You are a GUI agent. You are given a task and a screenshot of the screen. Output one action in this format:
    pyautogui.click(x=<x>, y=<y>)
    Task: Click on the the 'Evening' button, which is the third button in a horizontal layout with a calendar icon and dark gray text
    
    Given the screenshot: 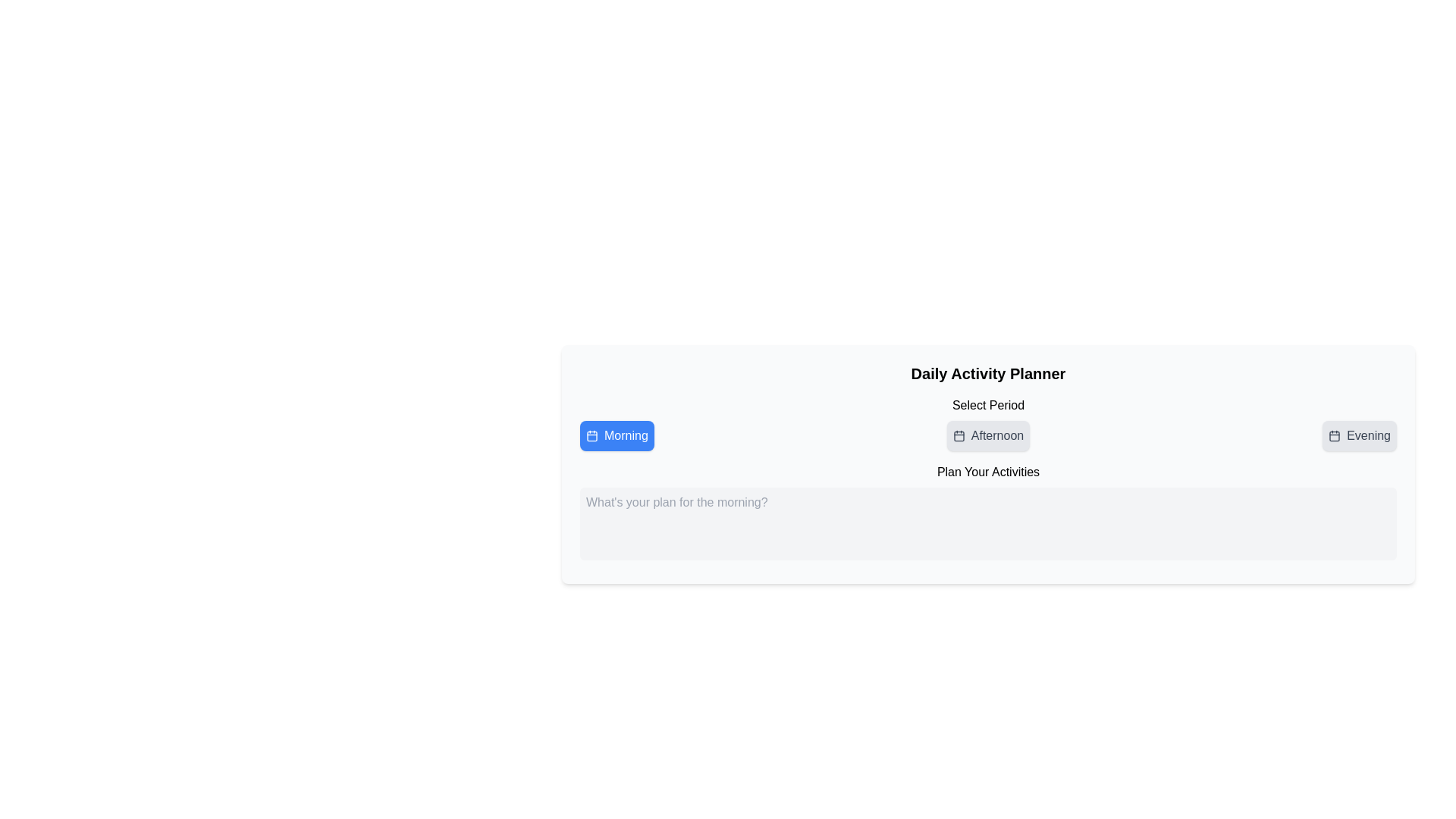 What is the action you would take?
    pyautogui.click(x=1360, y=435)
    